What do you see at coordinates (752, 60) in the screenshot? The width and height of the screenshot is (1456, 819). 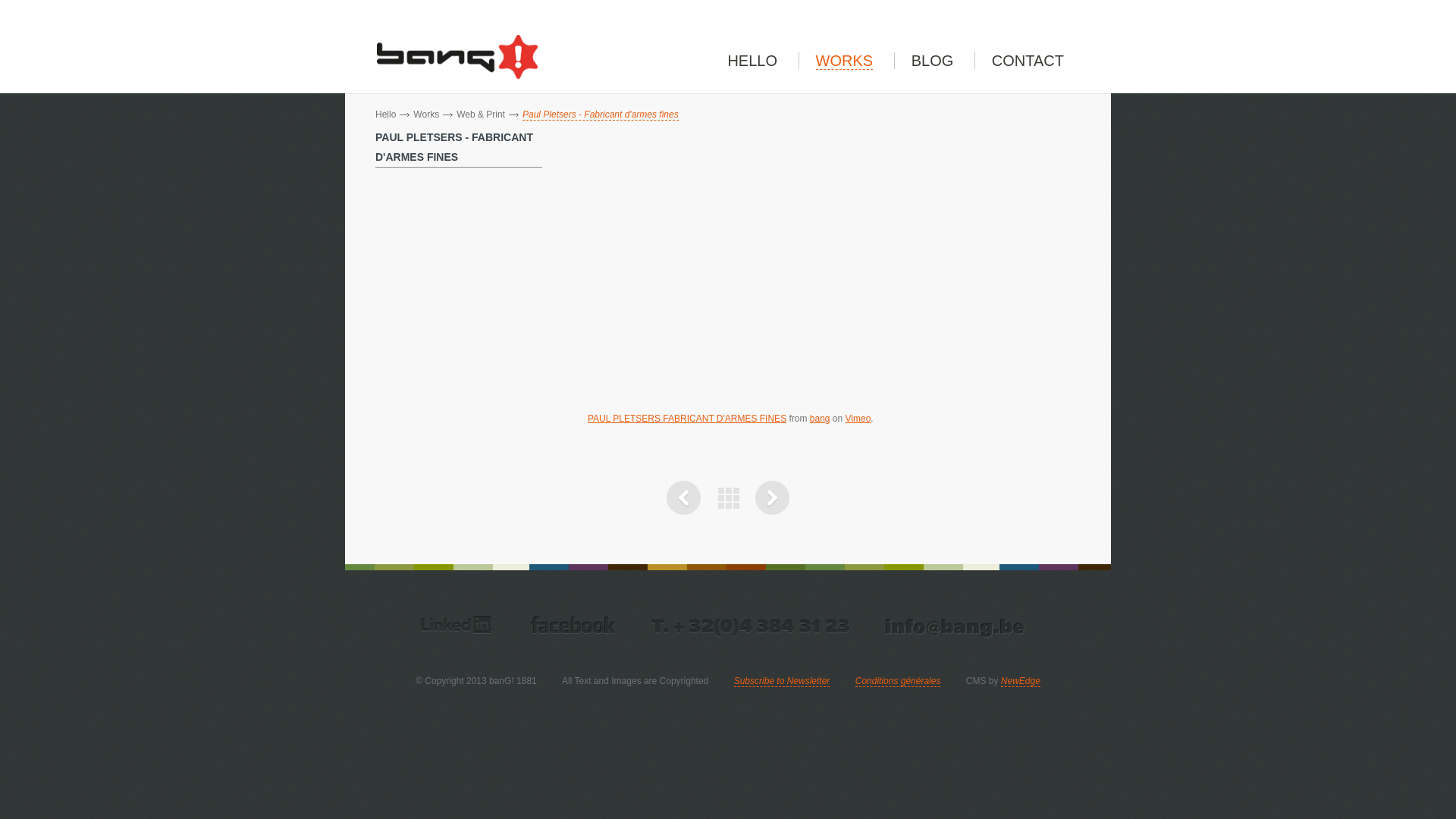 I see `'HELLO'` at bounding box center [752, 60].